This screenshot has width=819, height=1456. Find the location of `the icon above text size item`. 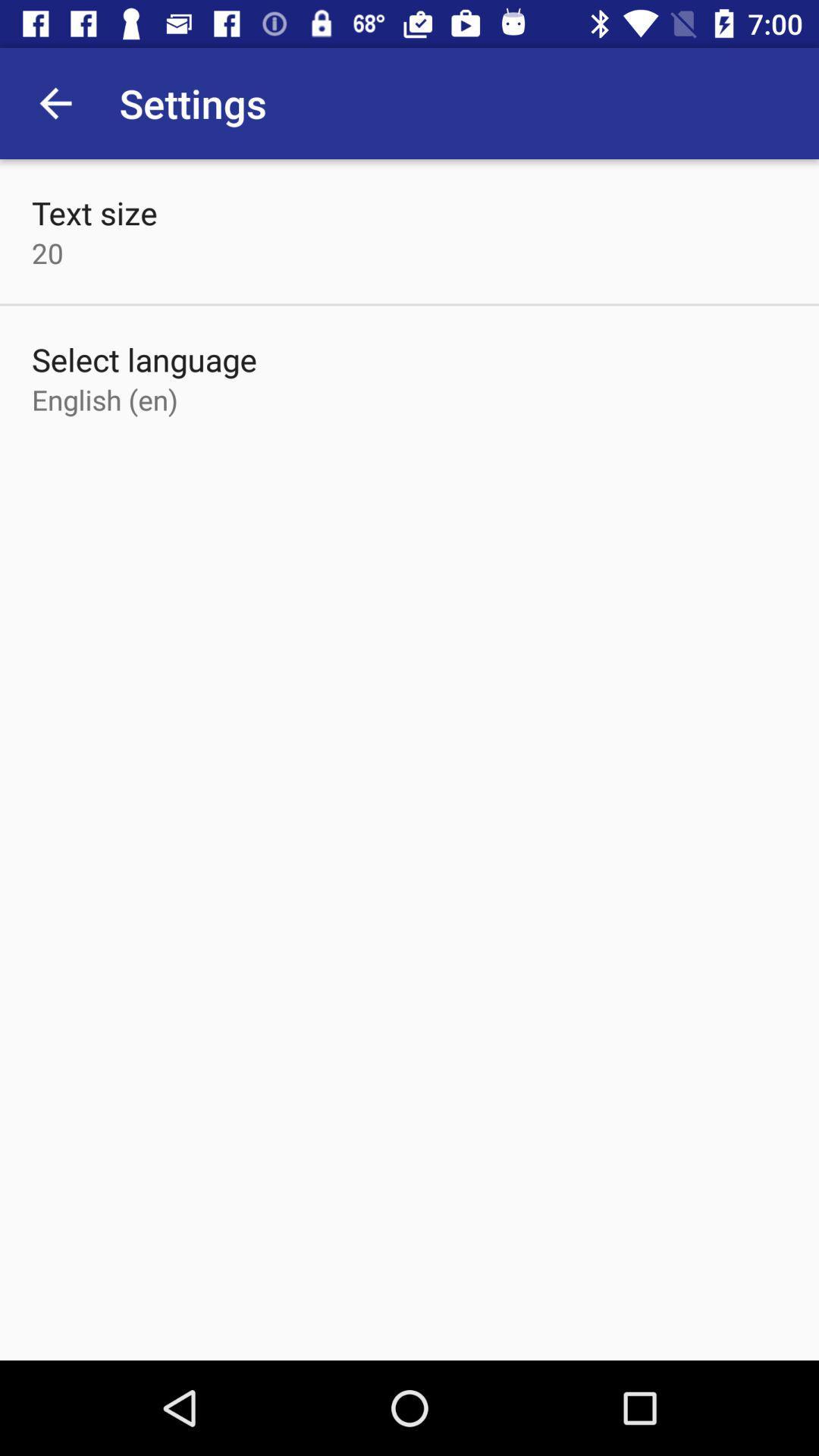

the icon above text size item is located at coordinates (55, 102).